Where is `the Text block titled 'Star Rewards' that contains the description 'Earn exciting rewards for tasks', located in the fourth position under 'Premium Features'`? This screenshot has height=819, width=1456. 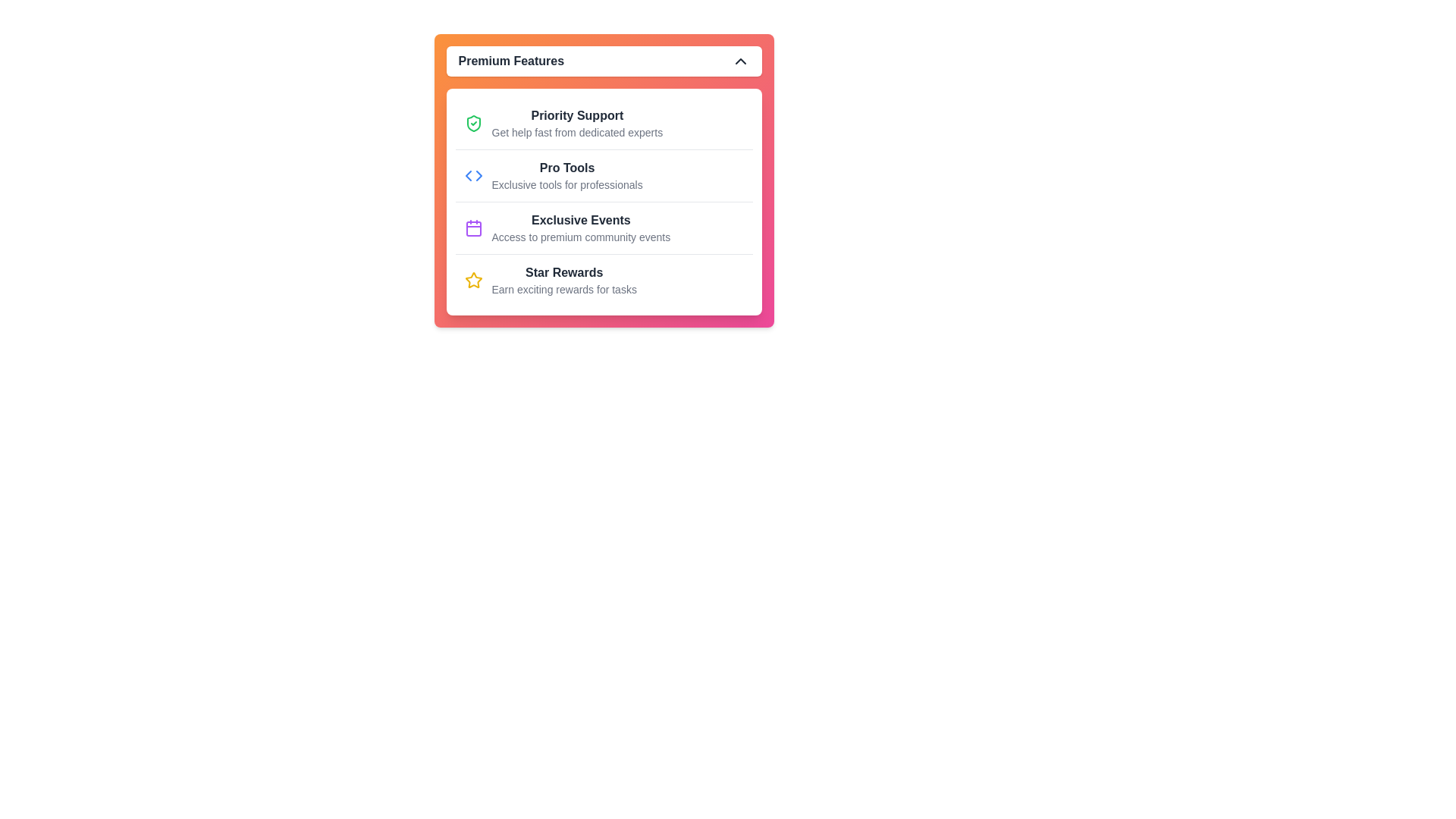
the Text block titled 'Star Rewards' that contains the description 'Earn exciting rewards for tasks', located in the fourth position under 'Premium Features' is located at coordinates (563, 281).